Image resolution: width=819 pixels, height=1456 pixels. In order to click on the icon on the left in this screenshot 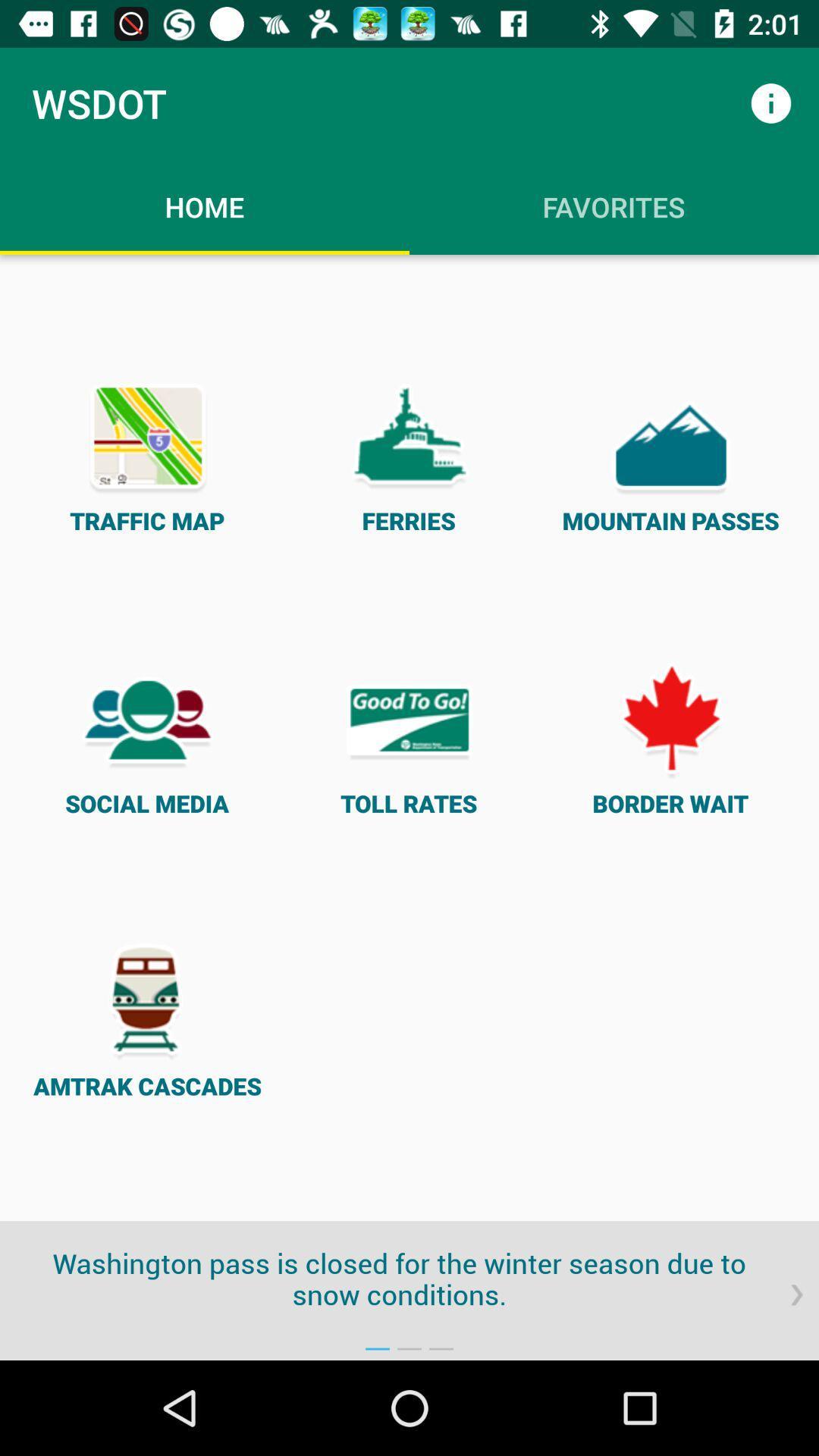, I will do `click(147, 738)`.